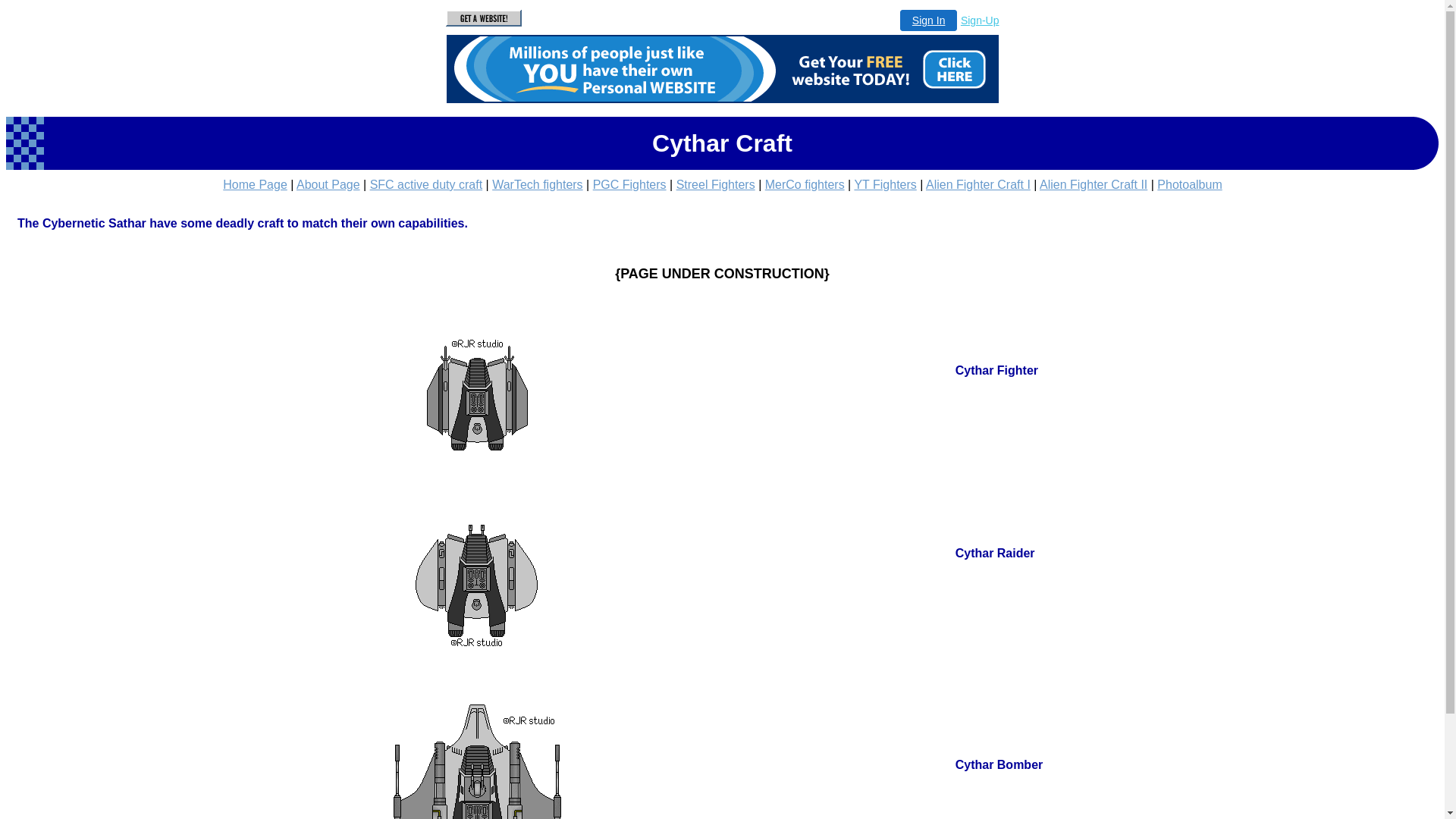 This screenshot has width=1456, height=819. I want to click on 'Alien Fighter Craft I', so click(978, 184).